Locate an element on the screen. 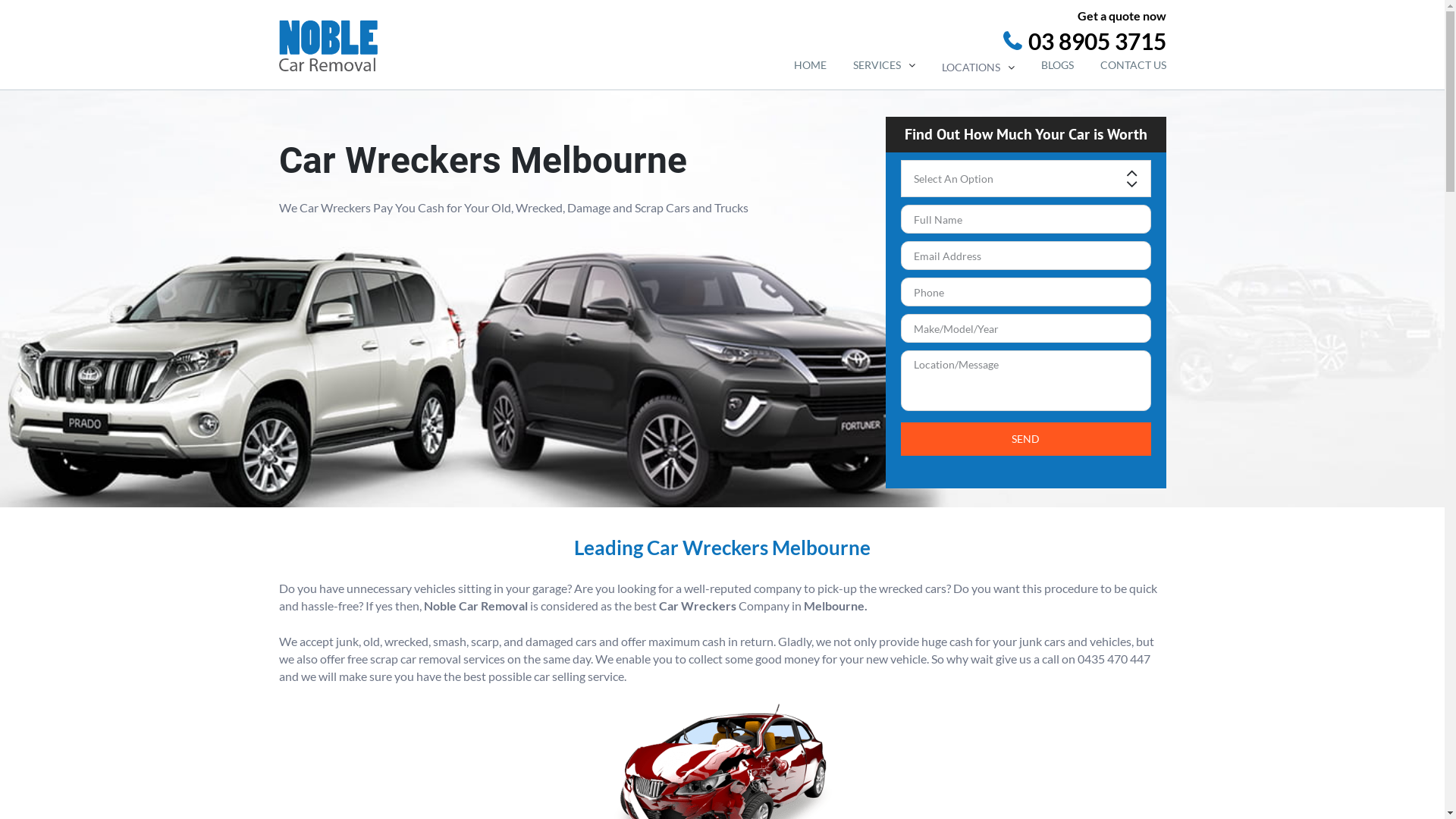  'LOCATIONS' is located at coordinates (978, 65).